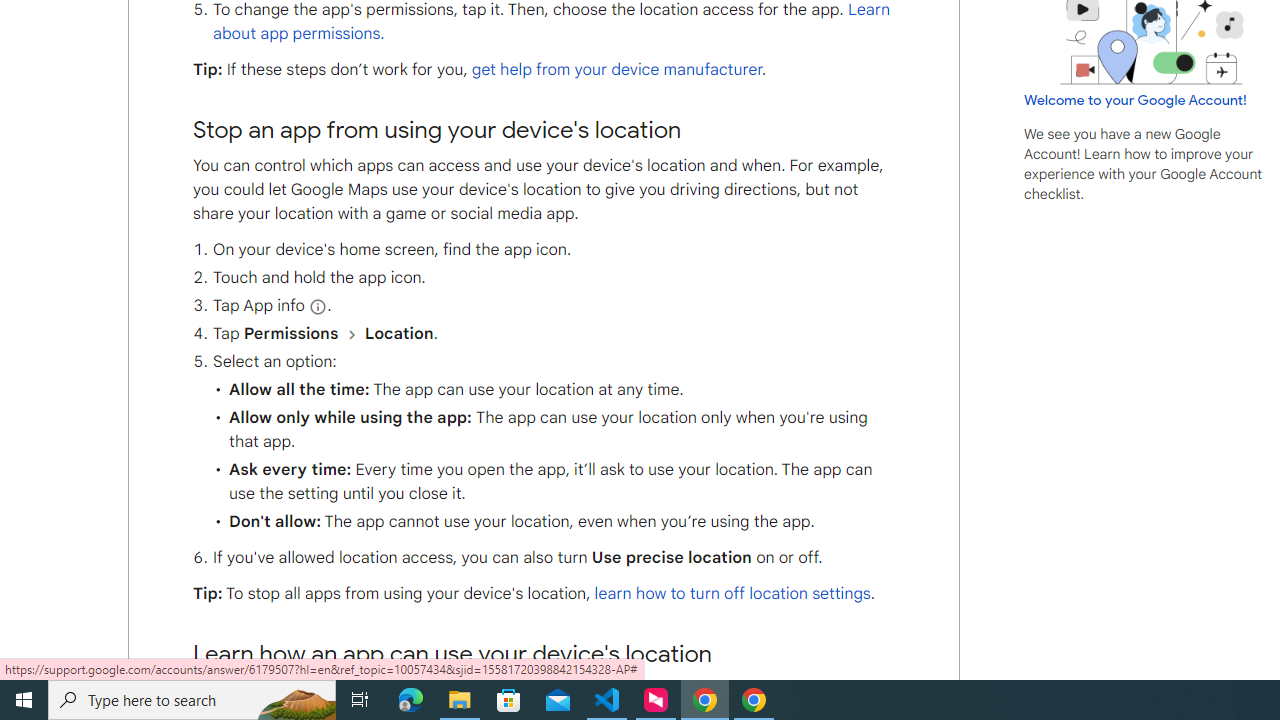  Describe the element at coordinates (551, 21) in the screenshot. I see `'Learn about app permissions.'` at that location.